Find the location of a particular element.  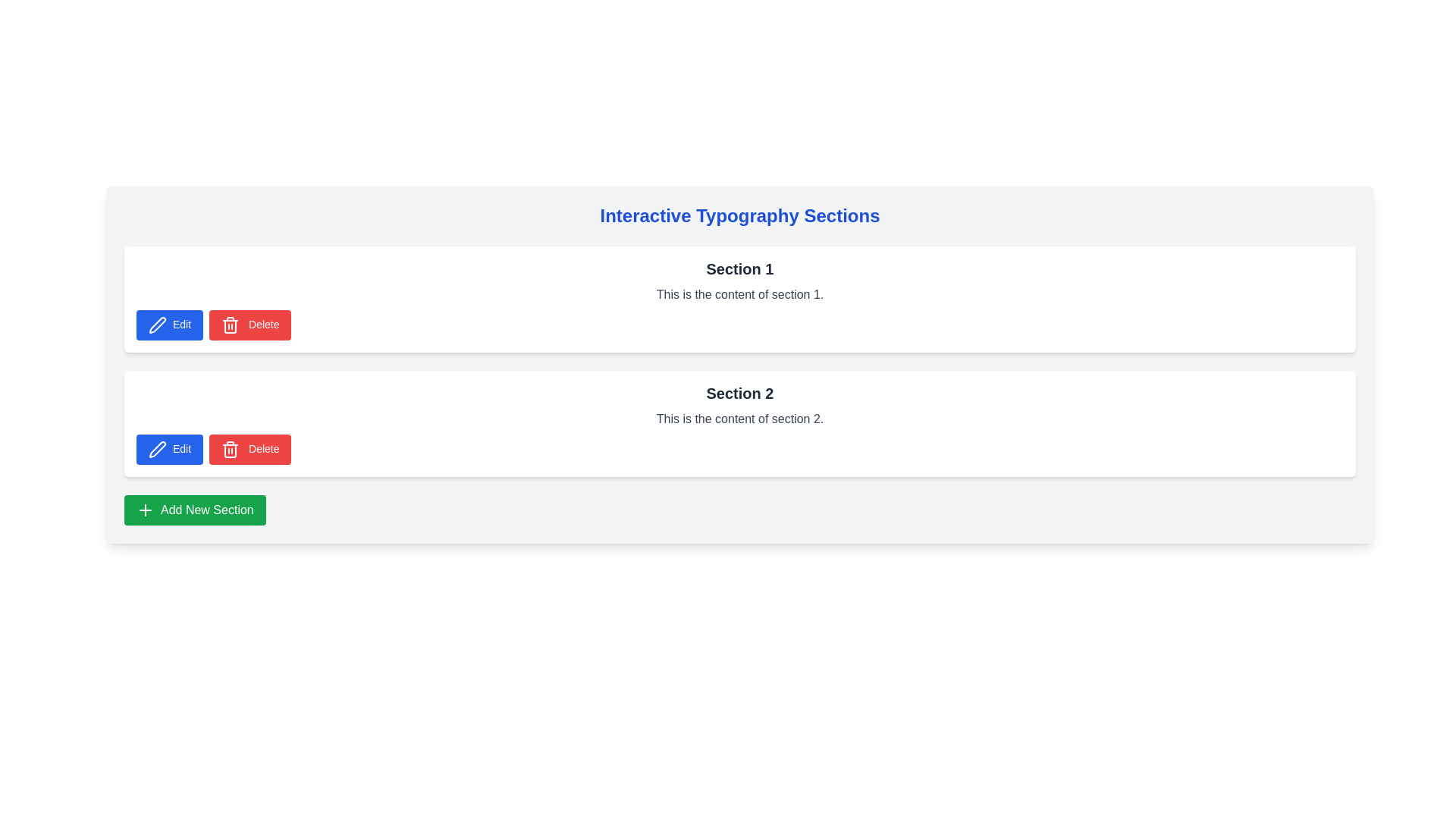

the 'Edit' button, which is a blue rectangular button with white text and a pen icon, located in the 'Section 2' area of the interface is located at coordinates (170, 449).